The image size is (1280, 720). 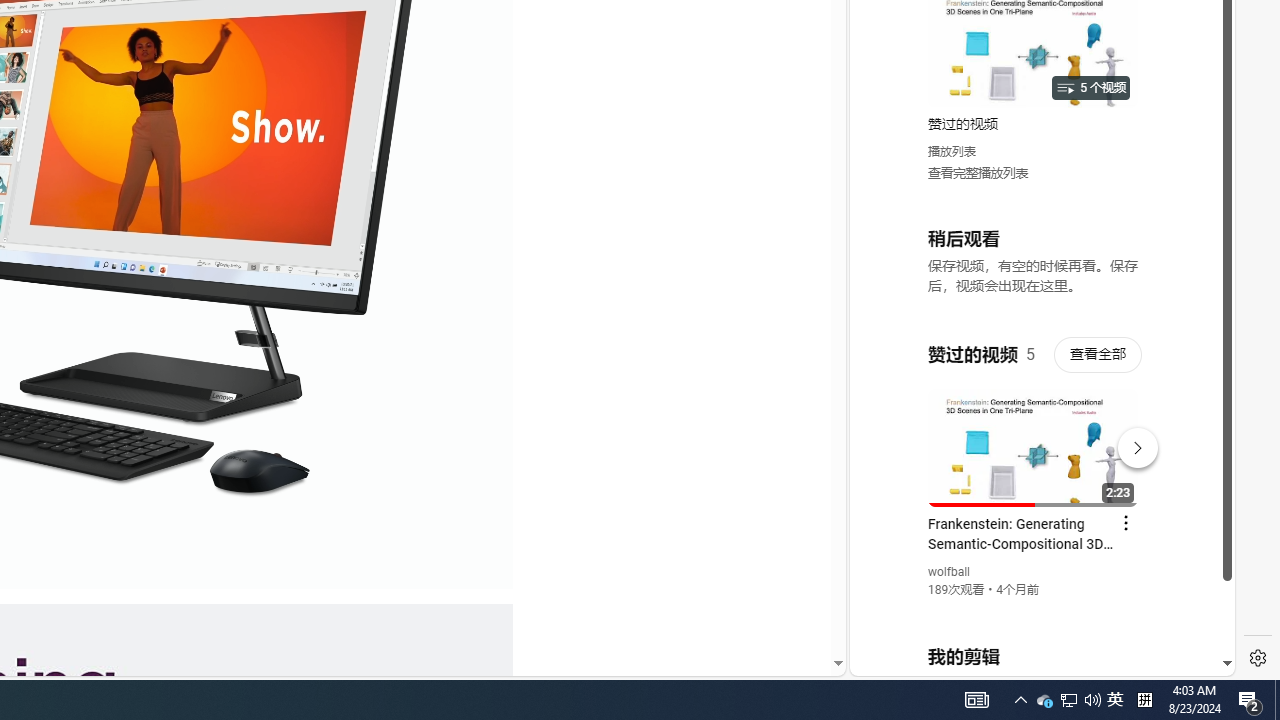 I want to click on 'you', so click(x=1034, y=608).